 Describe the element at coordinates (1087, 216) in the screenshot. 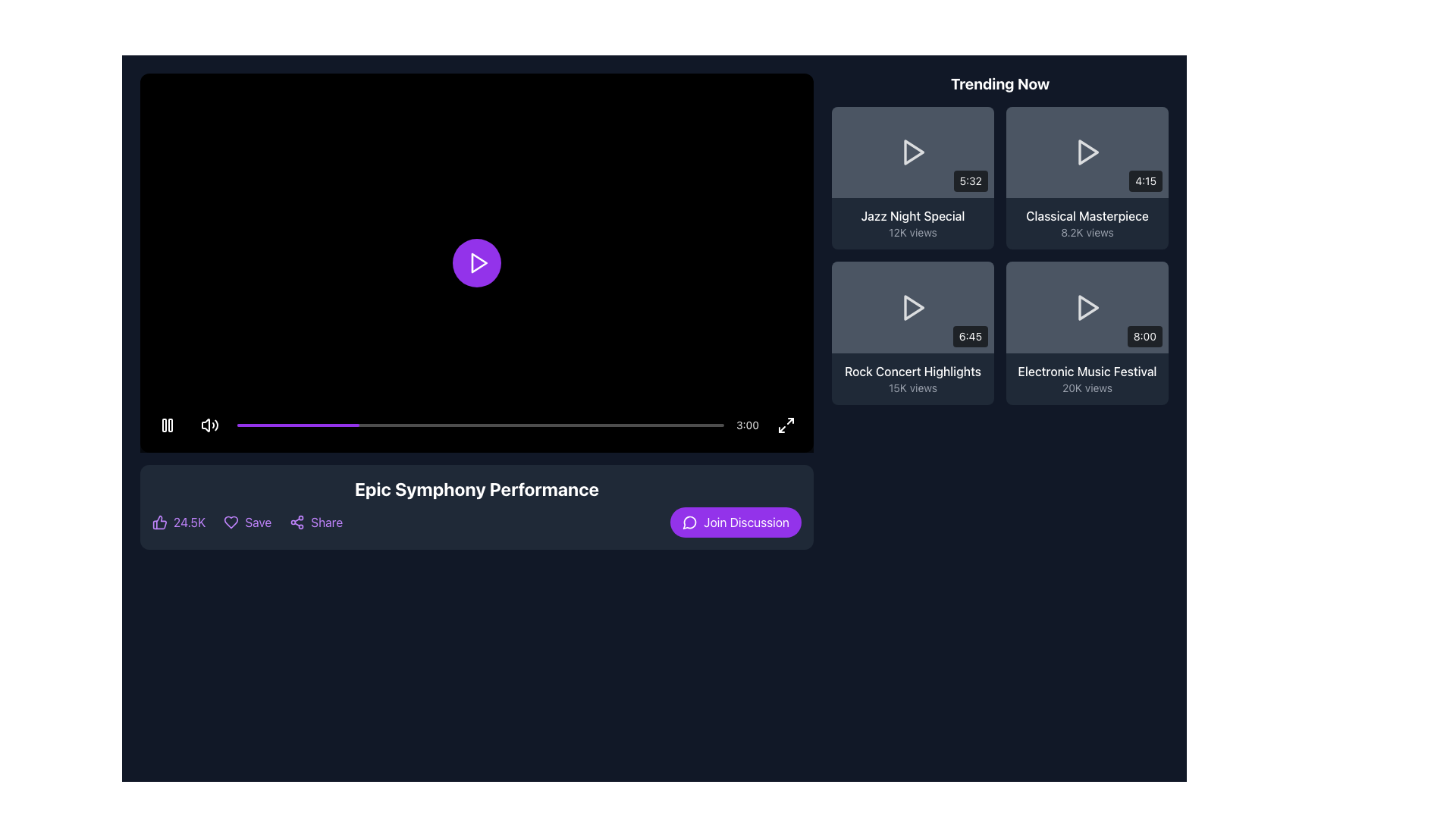

I see `the text label displaying 'Classical Masterpiece' in white color, positioned above '8.2K views' within the 'Trending Now' section` at that location.